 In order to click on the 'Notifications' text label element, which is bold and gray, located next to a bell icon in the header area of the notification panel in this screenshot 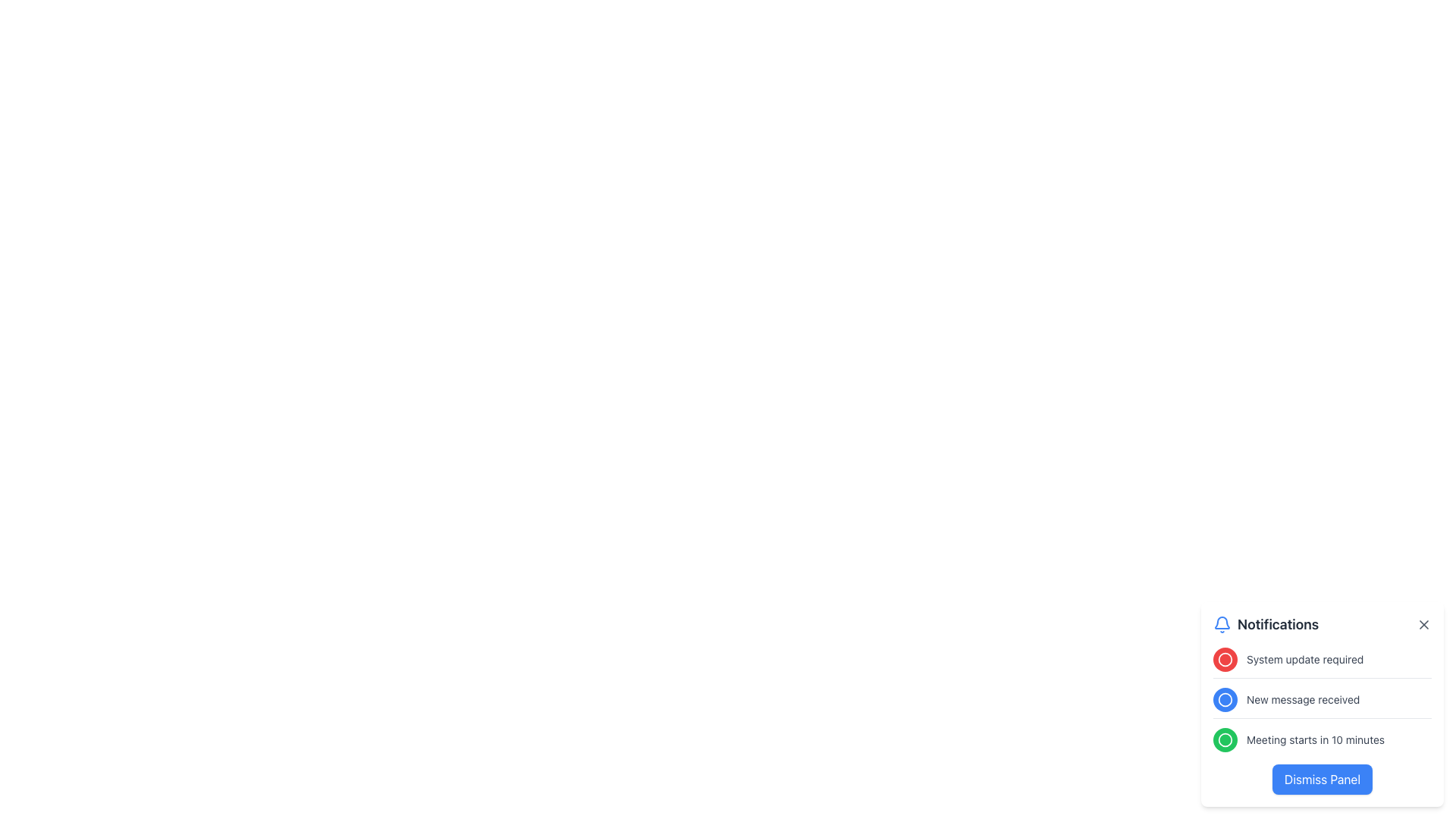, I will do `click(1277, 625)`.